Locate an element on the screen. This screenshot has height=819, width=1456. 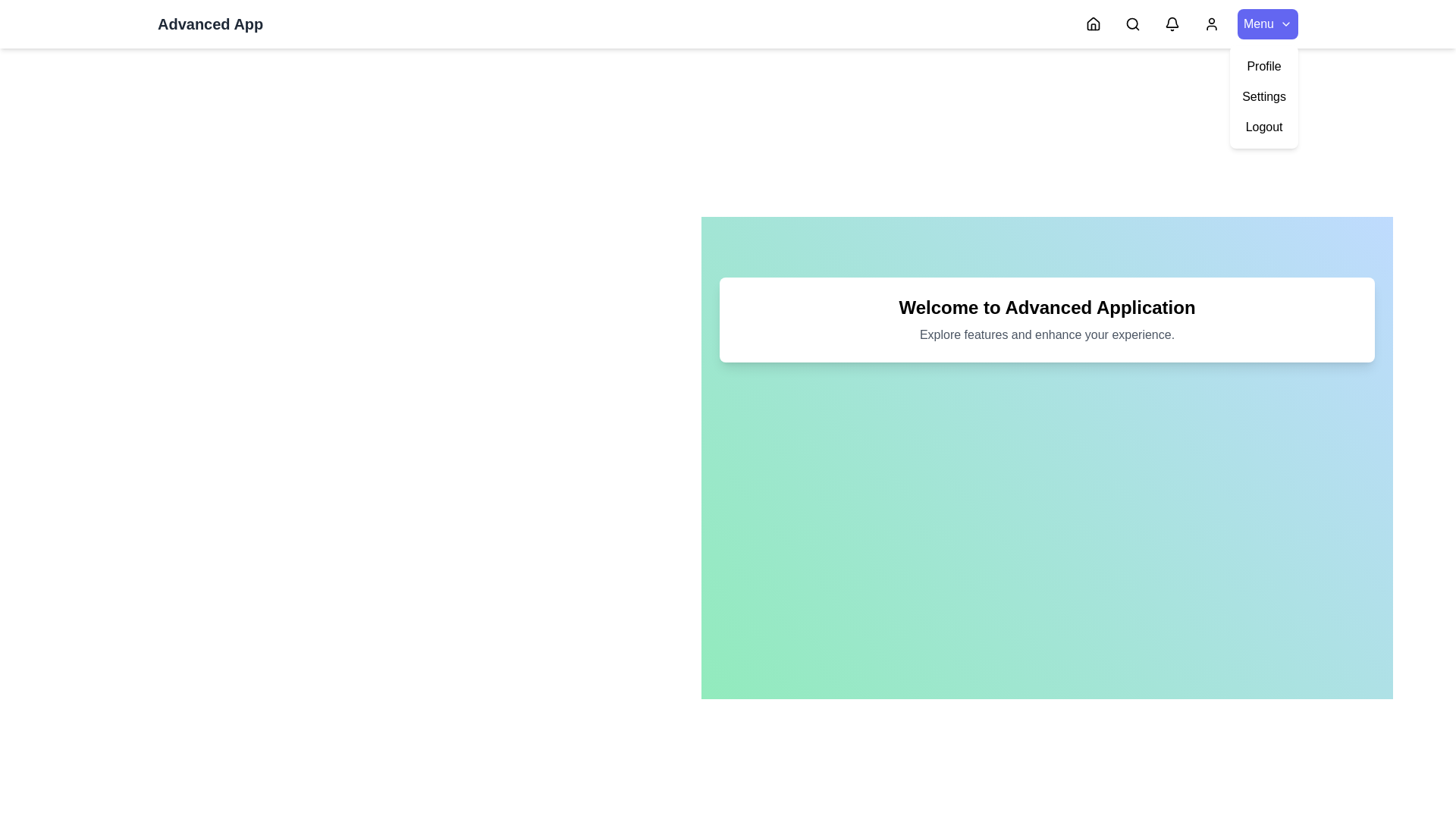
the Home navigation icon is located at coordinates (1093, 24).